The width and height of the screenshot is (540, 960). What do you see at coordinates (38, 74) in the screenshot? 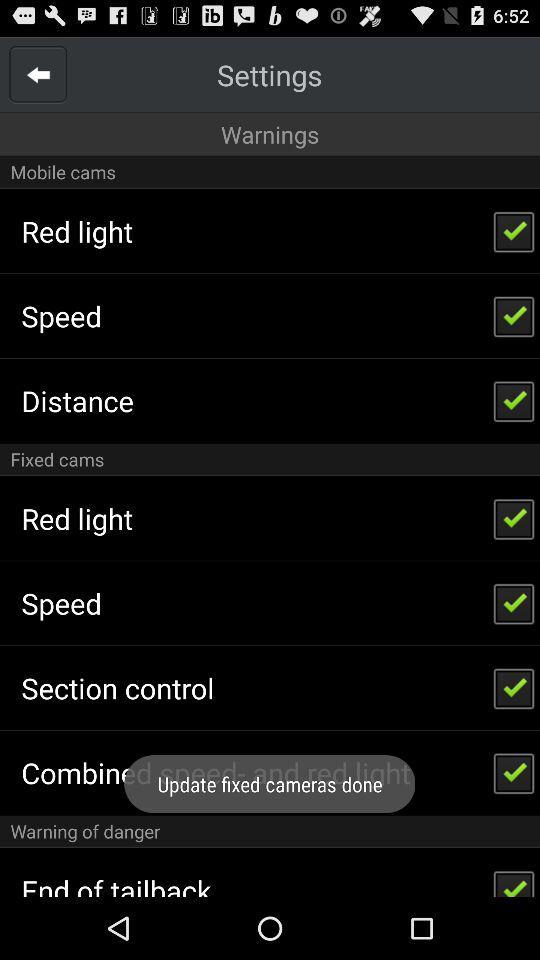
I see `go back` at bounding box center [38, 74].